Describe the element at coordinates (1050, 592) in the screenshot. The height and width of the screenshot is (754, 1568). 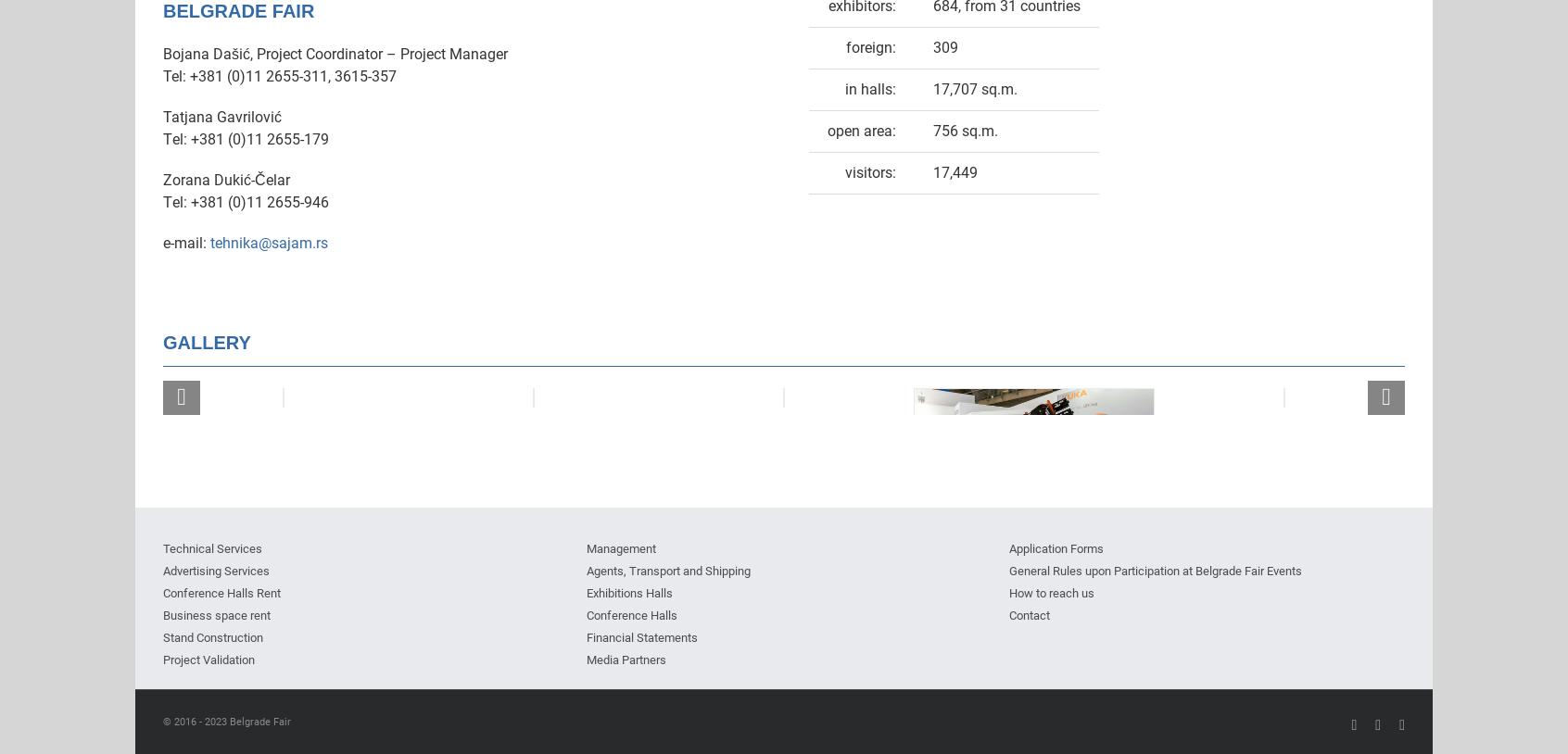
I see `'How to reach us'` at that location.